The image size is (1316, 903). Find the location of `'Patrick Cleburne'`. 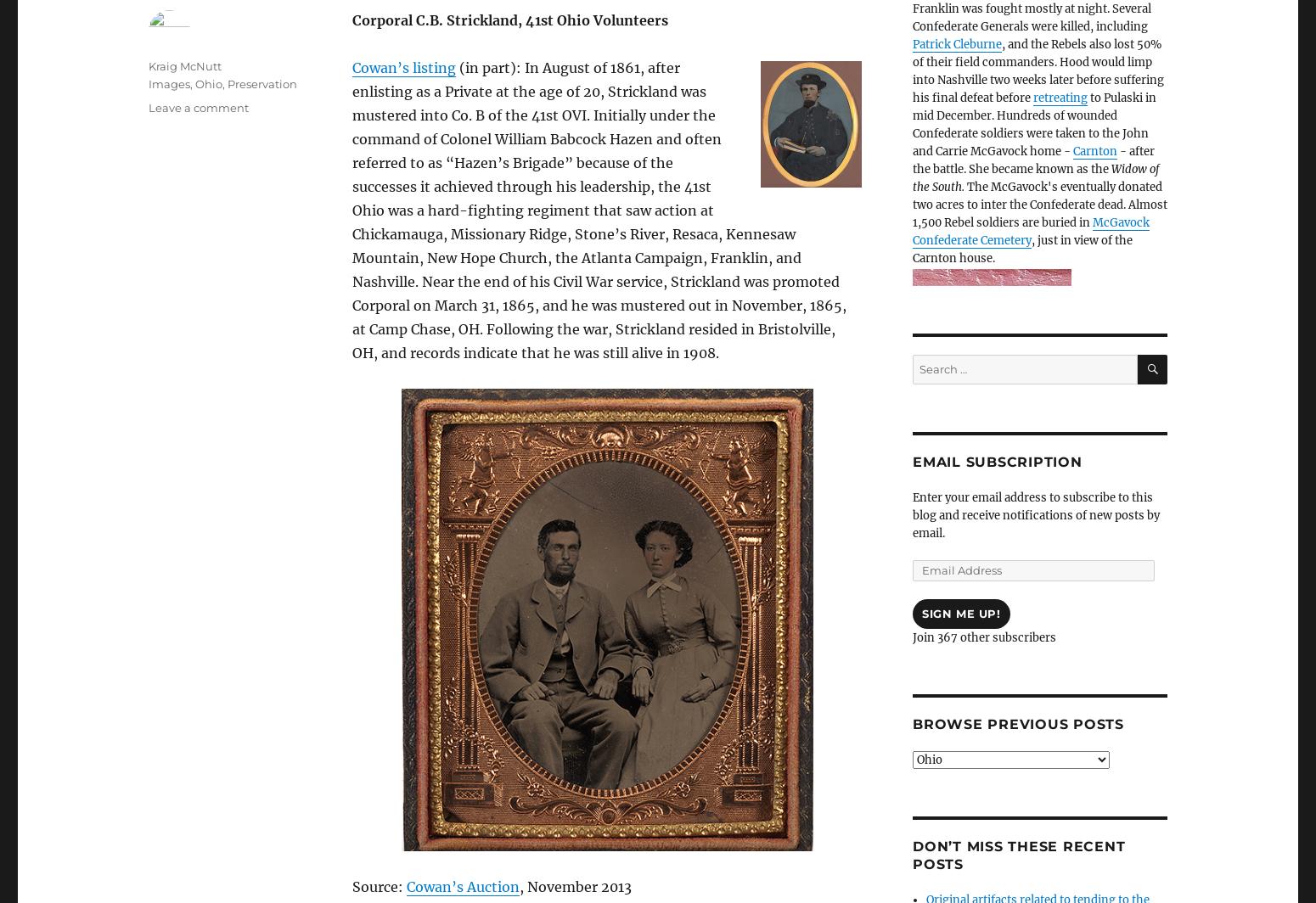

'Patrick Cleburne' is located at coordinates (956, 44).